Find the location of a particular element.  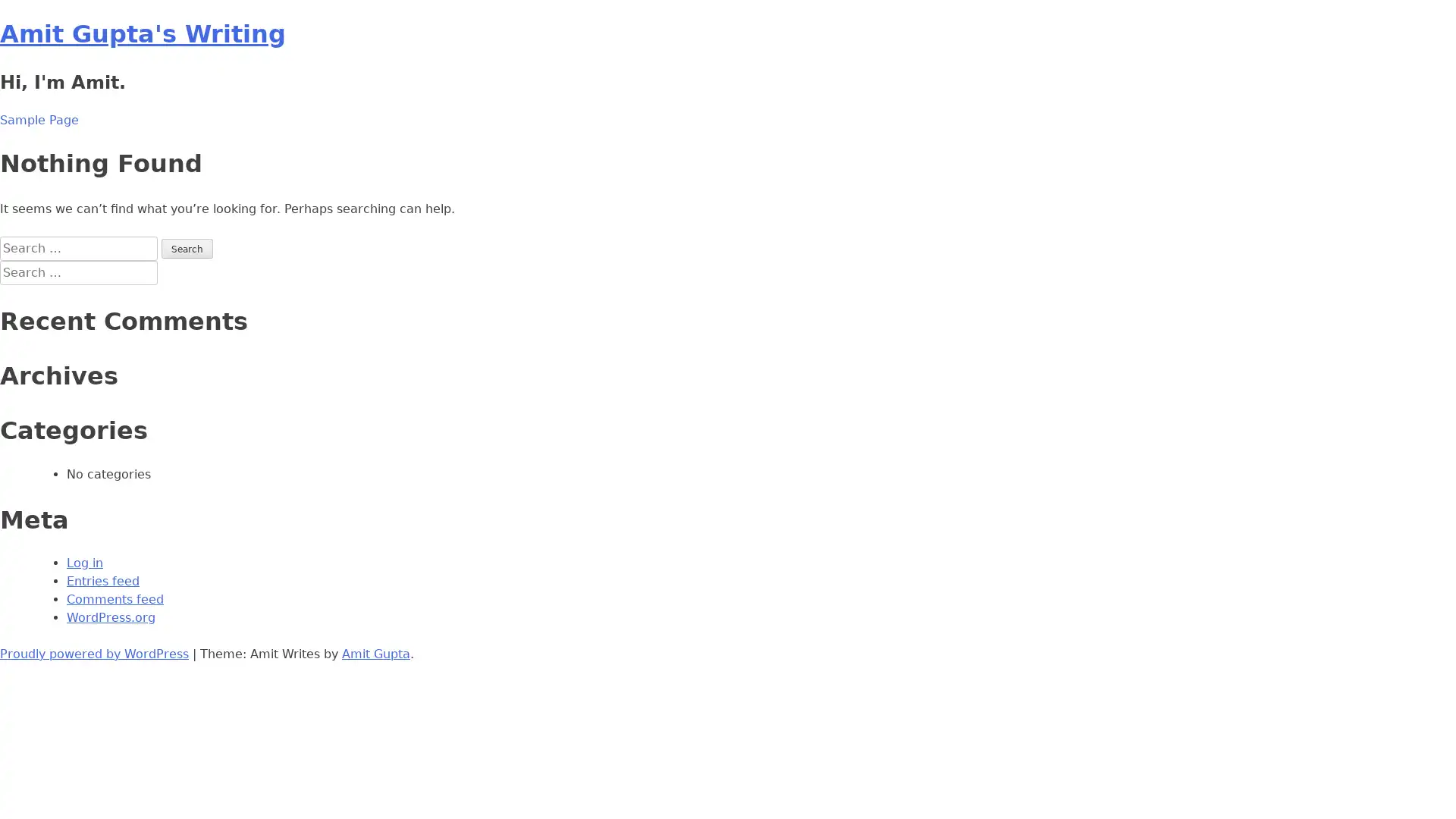

Search is located at coordinates (186, 247).